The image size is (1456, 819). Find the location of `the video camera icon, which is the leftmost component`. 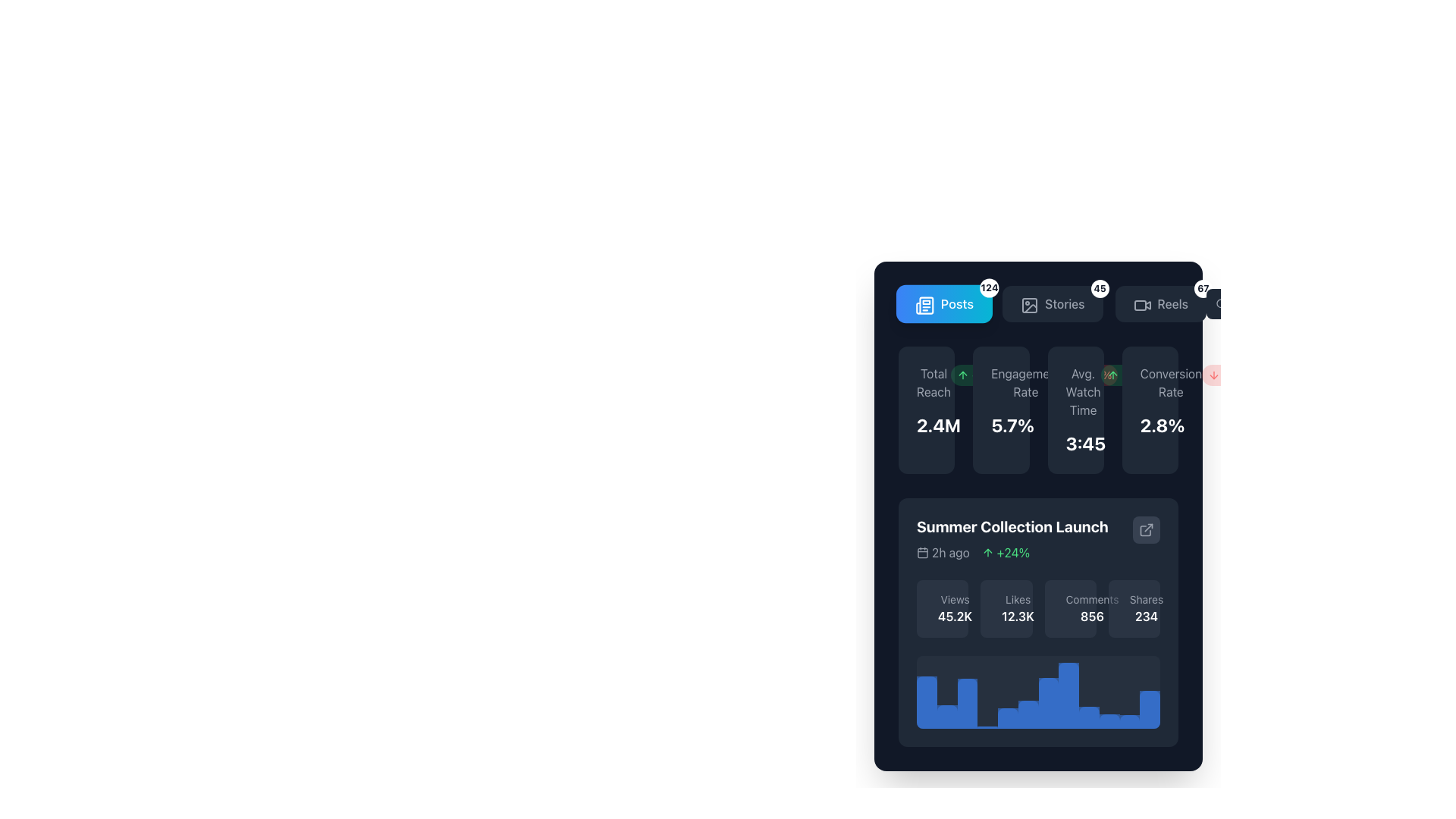

the video camera icon, which is the leftmost component is located at coordinates (1141, 304).